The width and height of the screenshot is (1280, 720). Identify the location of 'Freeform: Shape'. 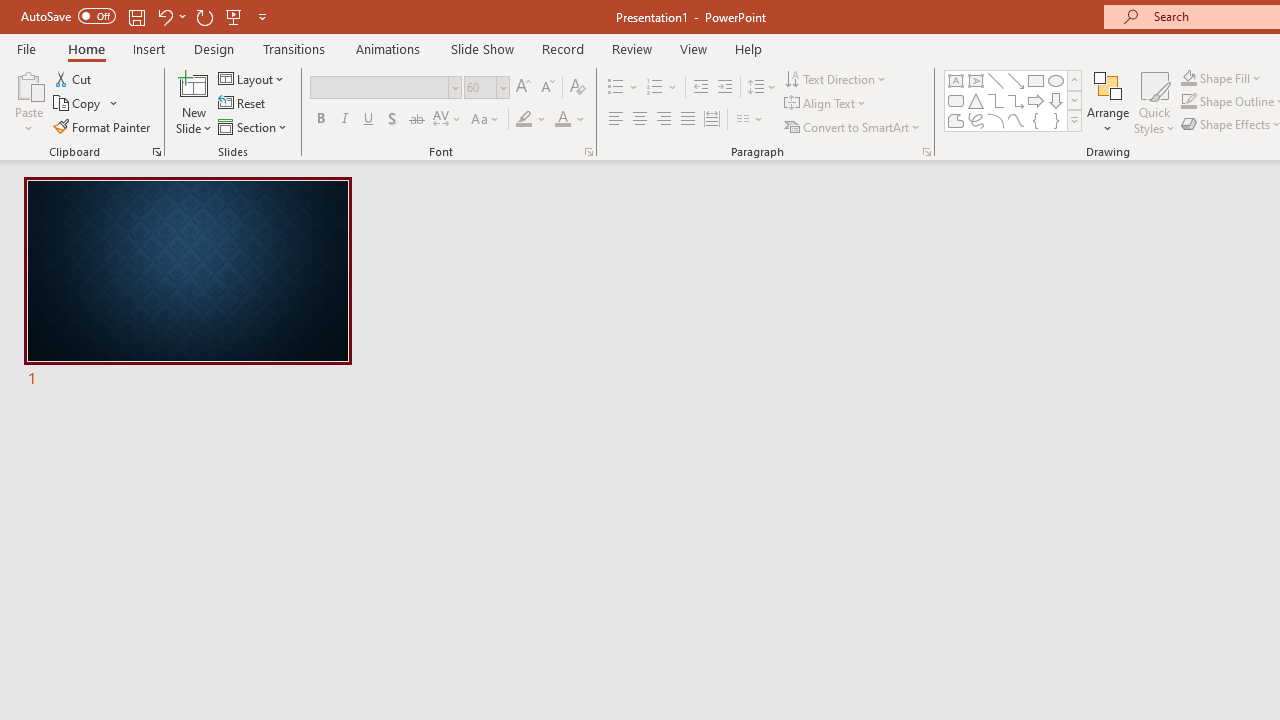
(955, 120).